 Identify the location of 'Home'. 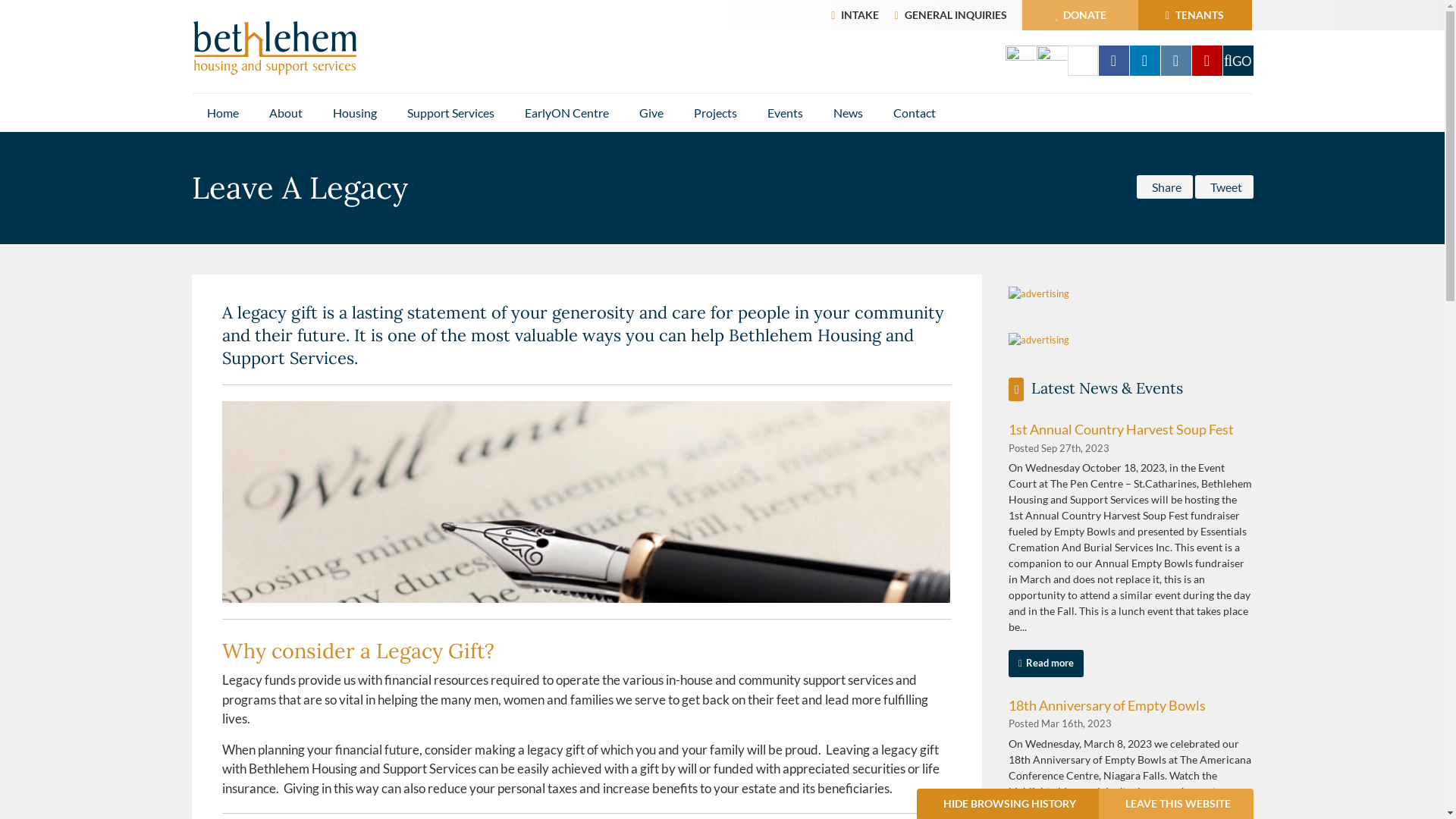
(221, 112).